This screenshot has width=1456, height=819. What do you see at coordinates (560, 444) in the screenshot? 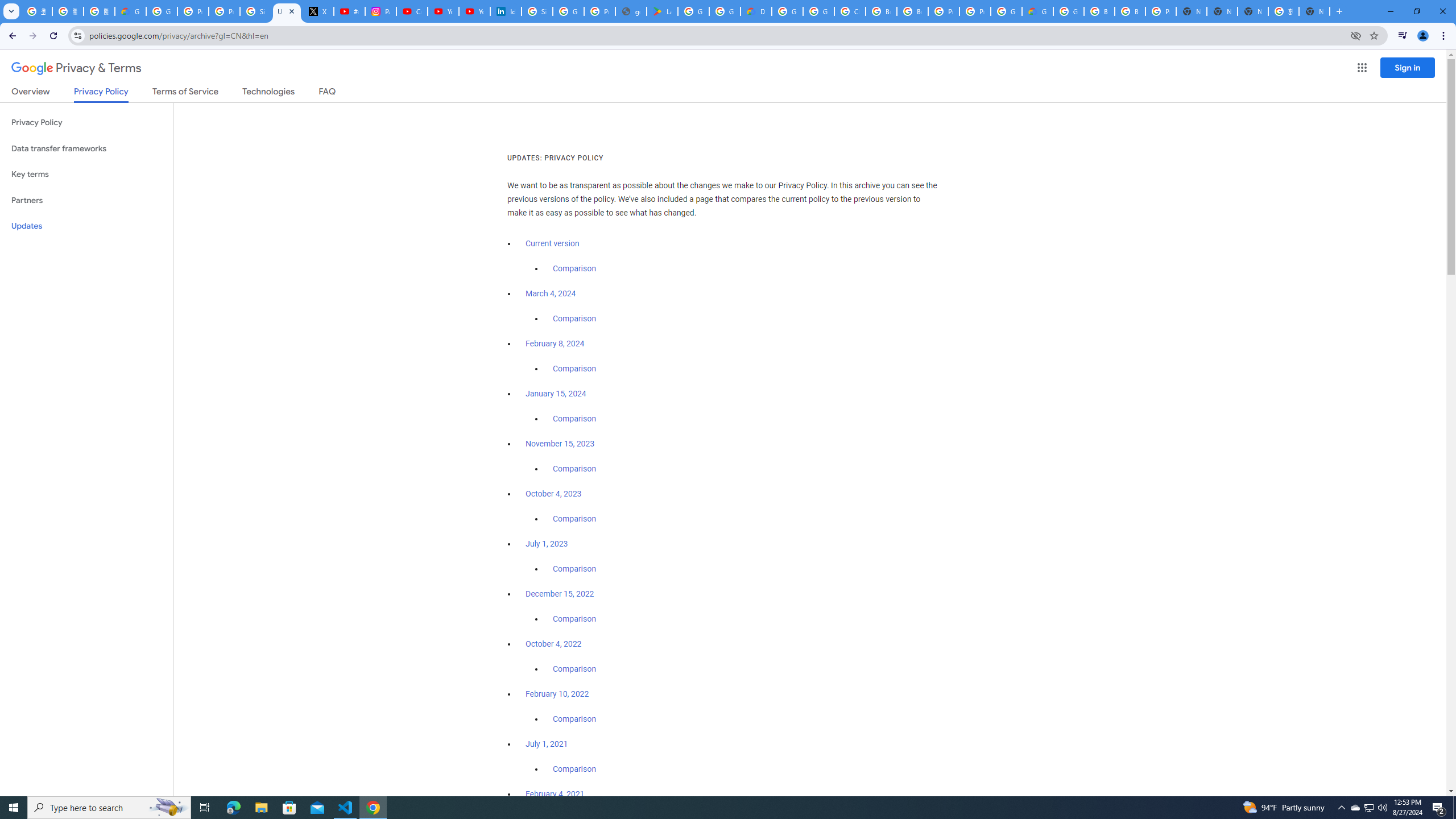
I see `'November 15, 2023'` at bounding box center [560, 444].